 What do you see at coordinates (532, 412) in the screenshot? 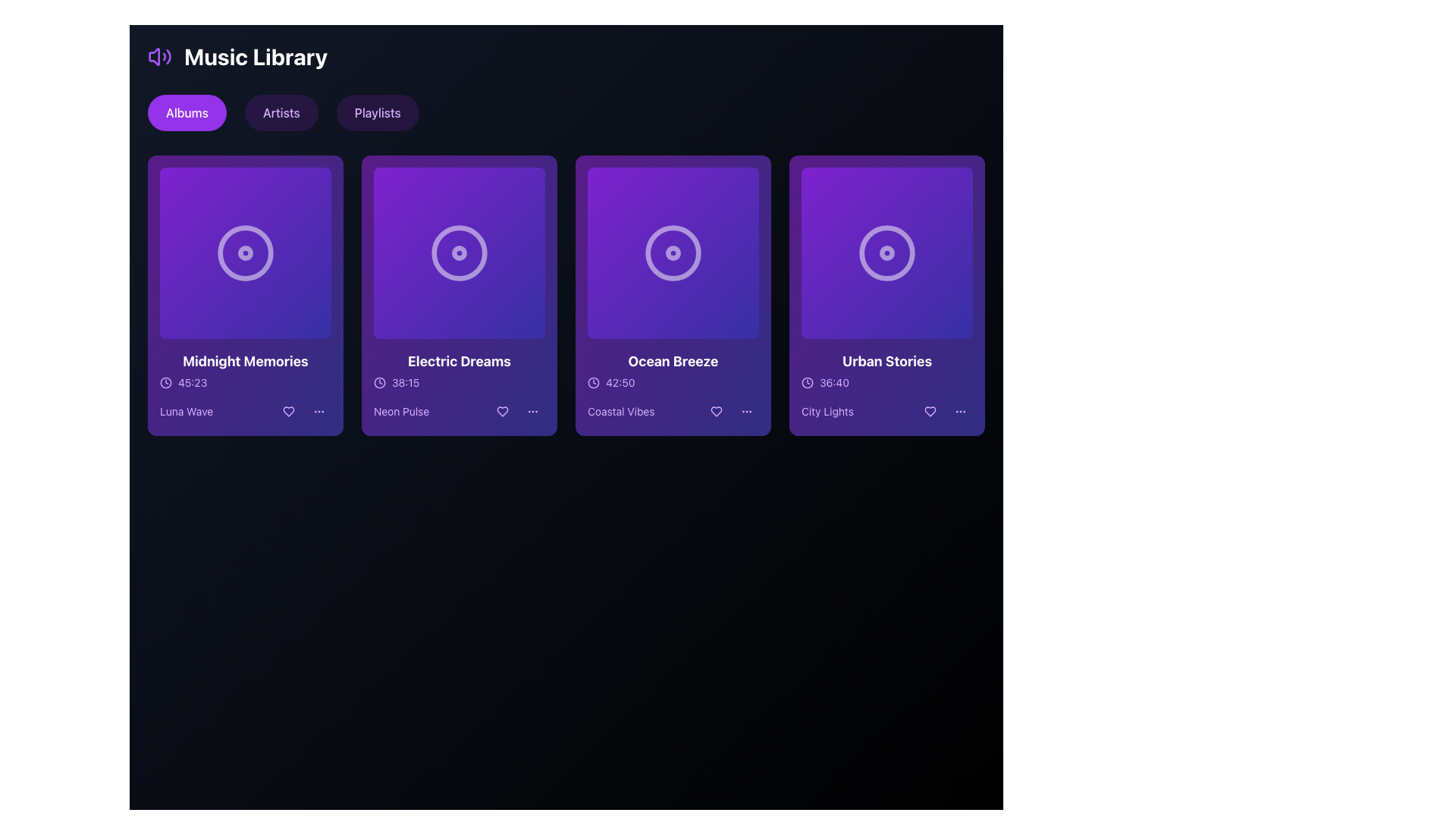
I see `the three-dot vertical ellipsis icon styled in purple tones, located within the interactive circular button at the bottom-right corner of the 'Electric Dreams' album card` at bounding box center [532, 412].